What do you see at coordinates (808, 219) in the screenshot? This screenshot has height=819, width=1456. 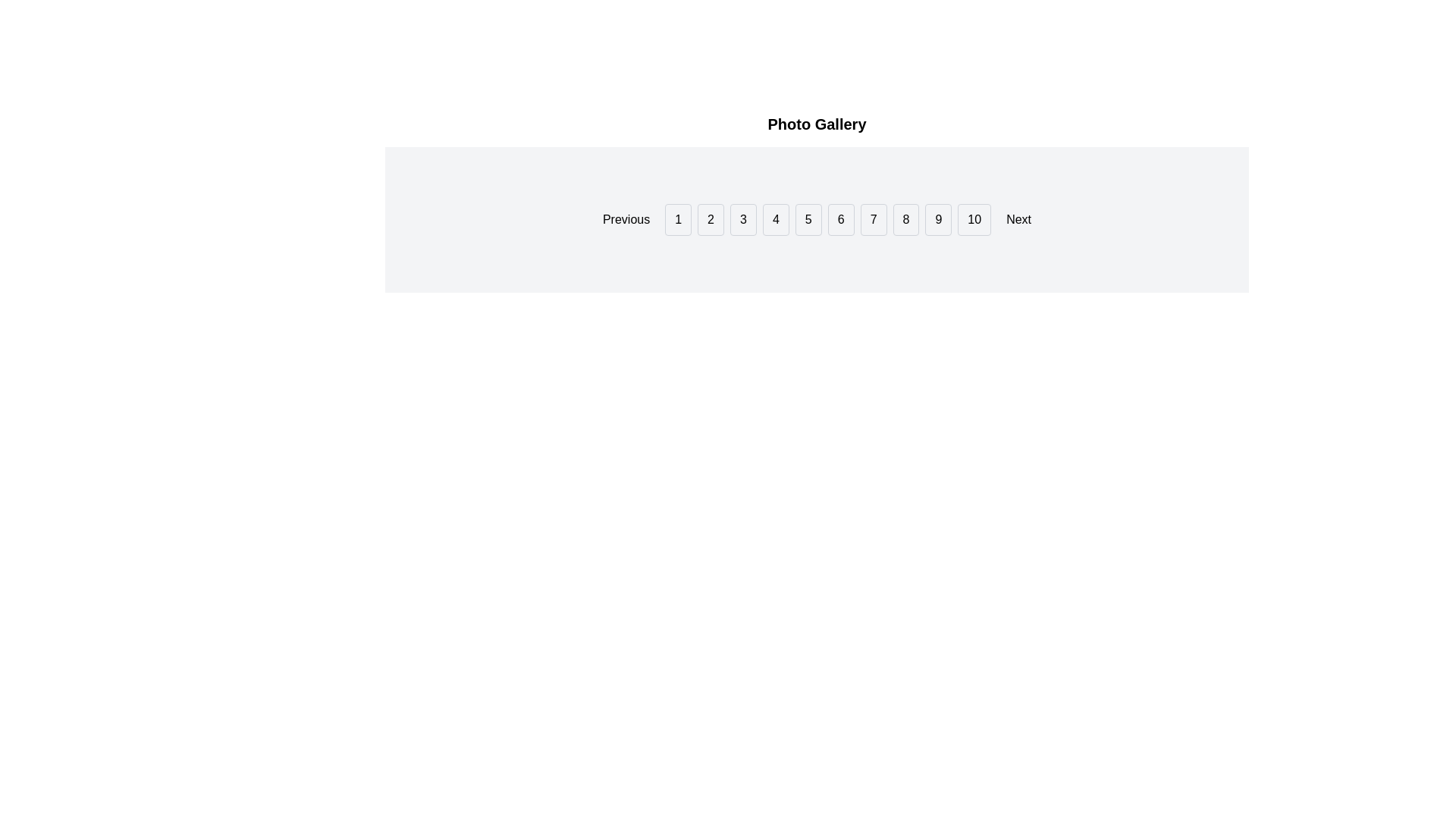 I see `the button labeled '5' in the pagination bar below 'Photo Gallery'` at bounding box center [808, 219].